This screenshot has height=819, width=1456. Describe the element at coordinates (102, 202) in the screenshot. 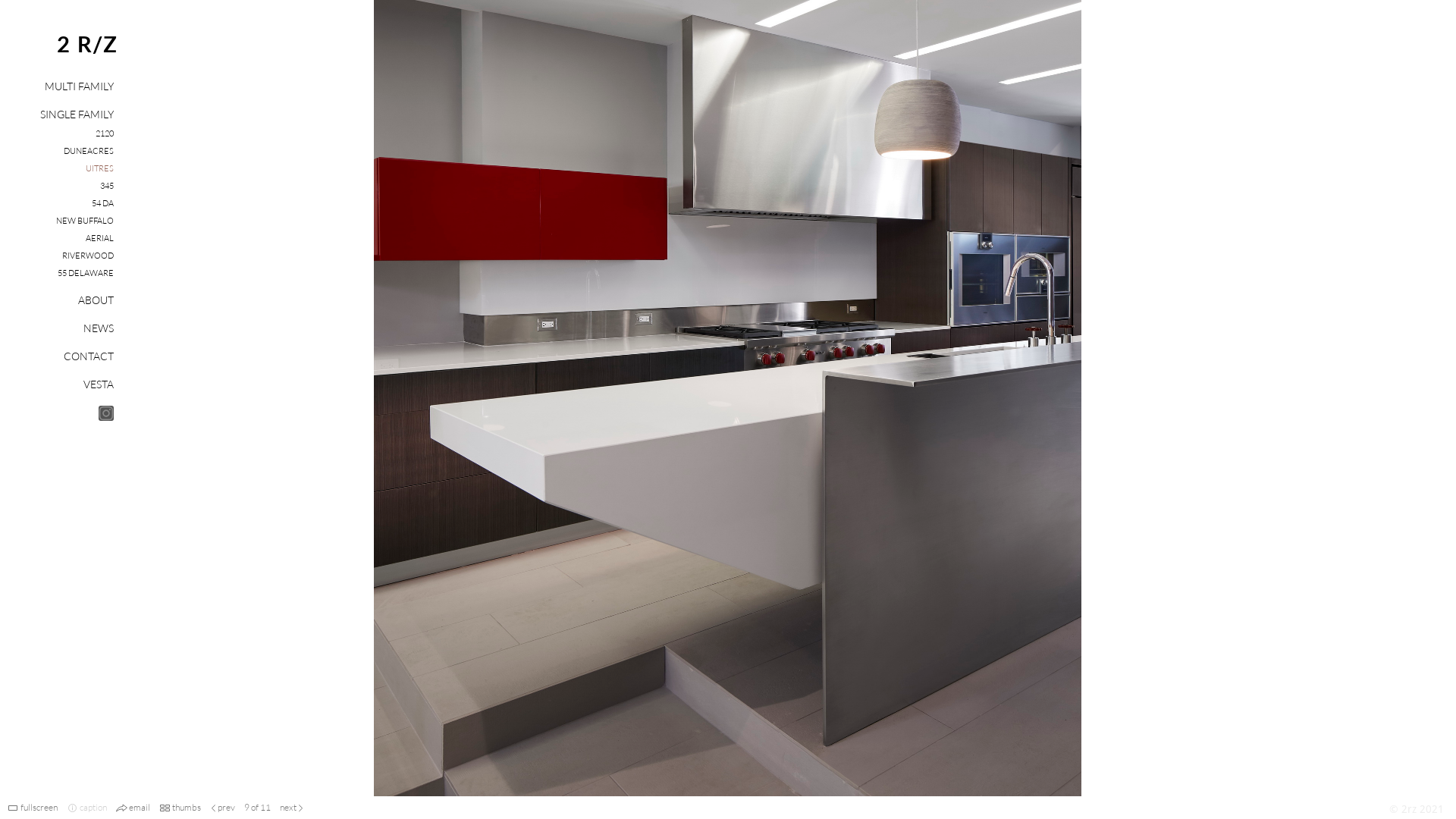

I see `'54 DA'` at that location.